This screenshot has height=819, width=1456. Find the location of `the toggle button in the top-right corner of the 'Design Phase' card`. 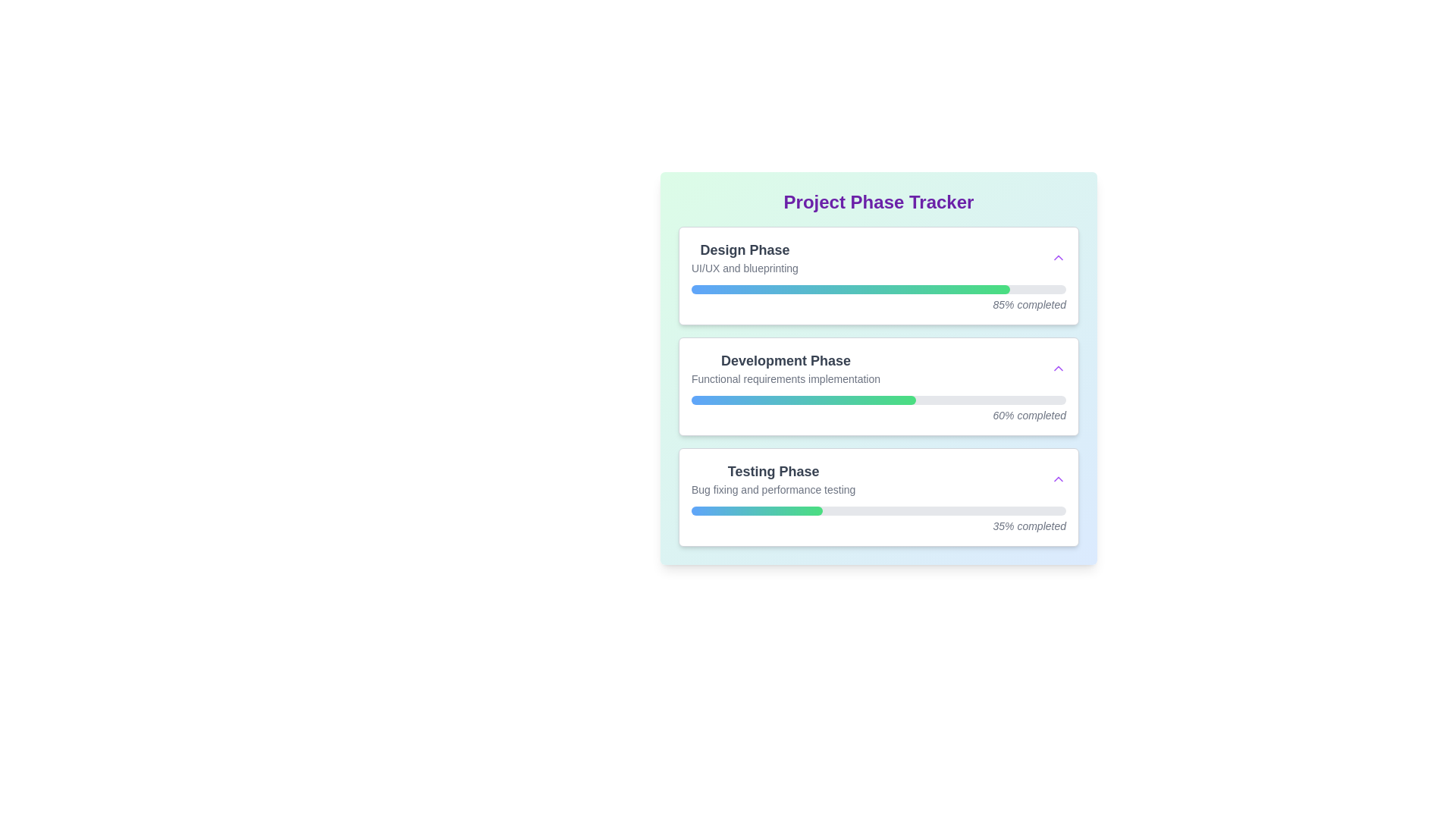

the toggle button in the top-right corner of the 'Design Phase' card is located at coordinates (1058, 256).